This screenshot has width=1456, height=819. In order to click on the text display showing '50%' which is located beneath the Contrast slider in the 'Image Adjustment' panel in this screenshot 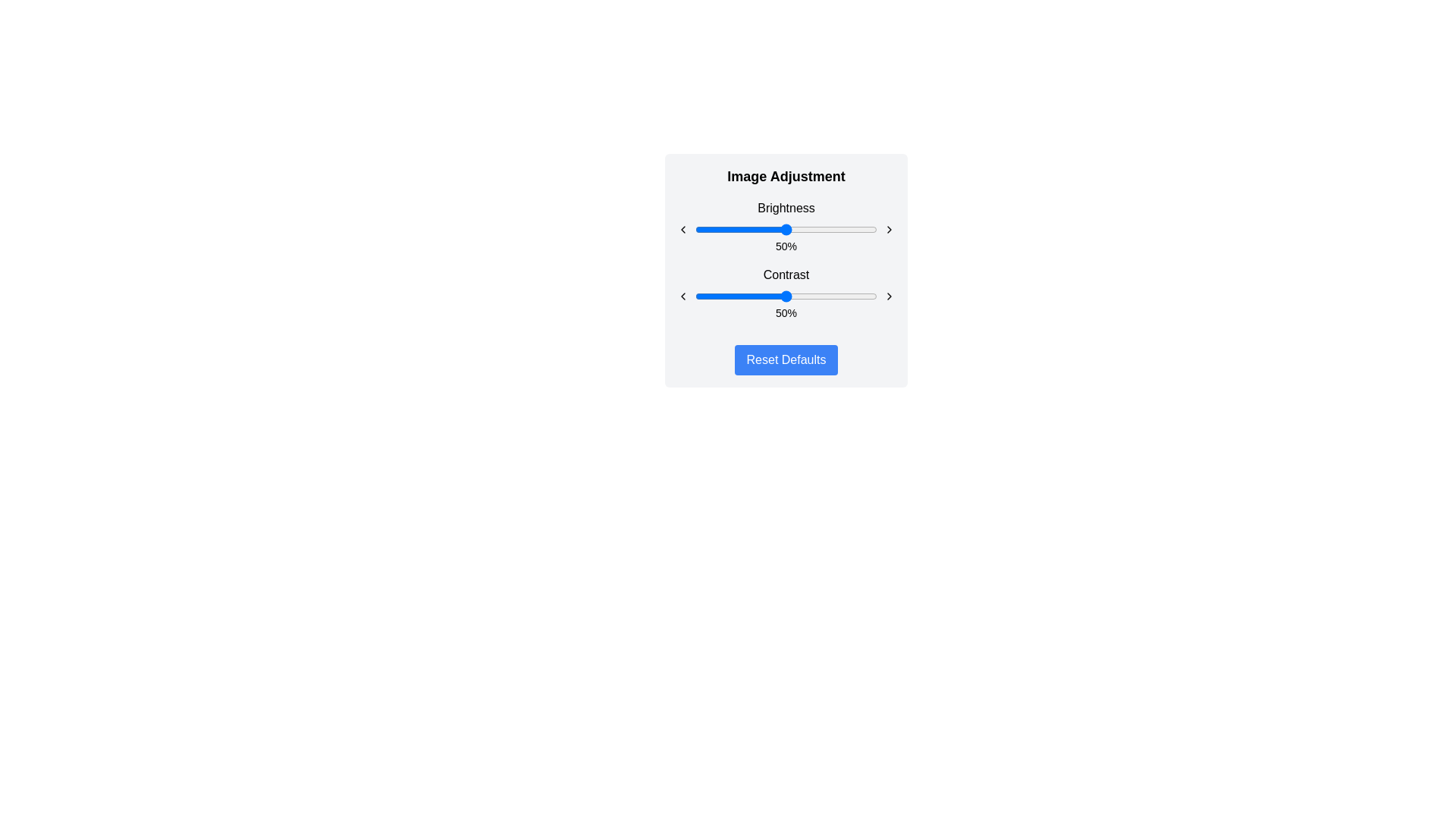, I will do `click(786, 312)`.